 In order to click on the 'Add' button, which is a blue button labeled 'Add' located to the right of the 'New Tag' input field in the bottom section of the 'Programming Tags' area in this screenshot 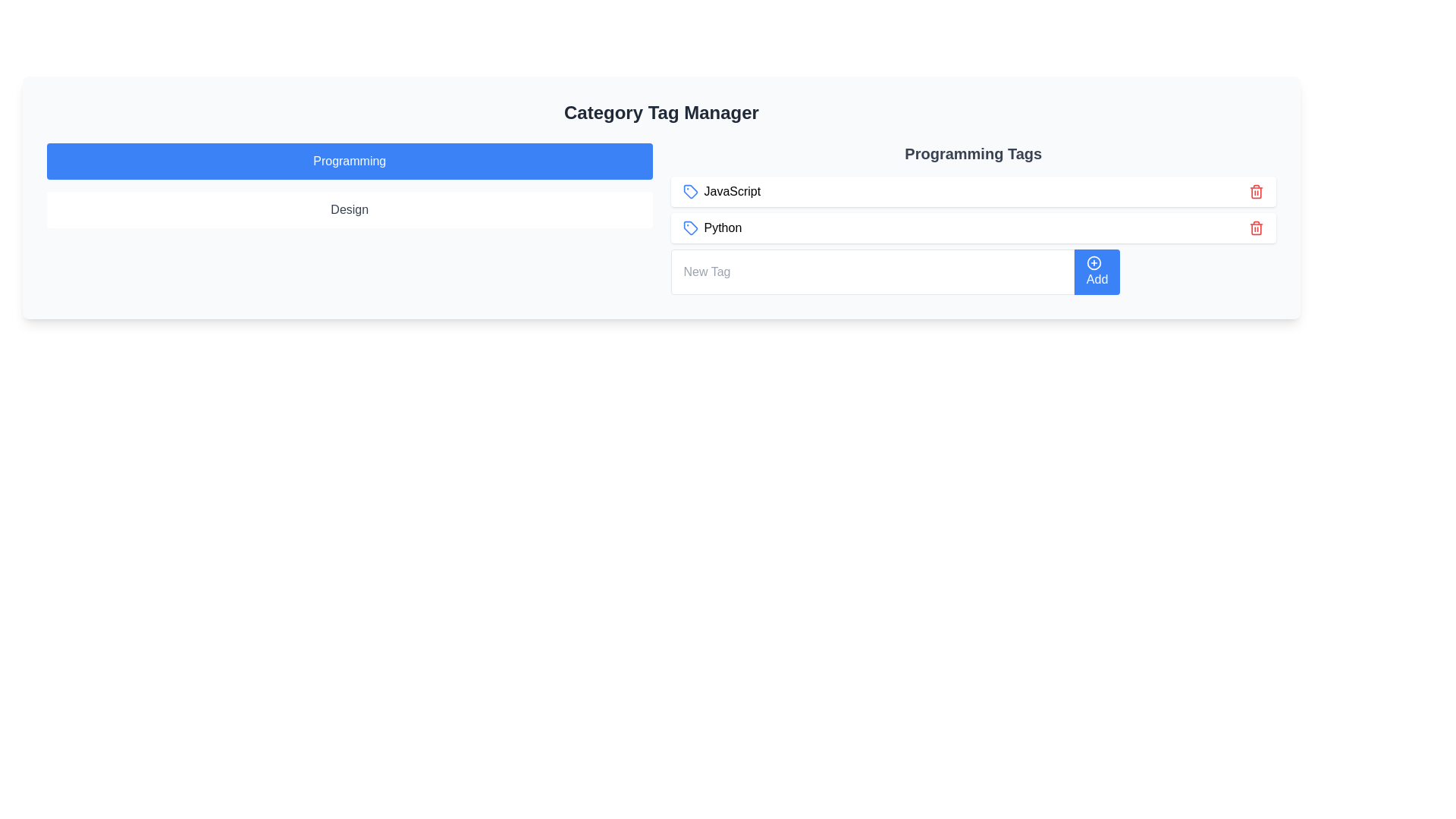, I will do `click(973, 271)`.